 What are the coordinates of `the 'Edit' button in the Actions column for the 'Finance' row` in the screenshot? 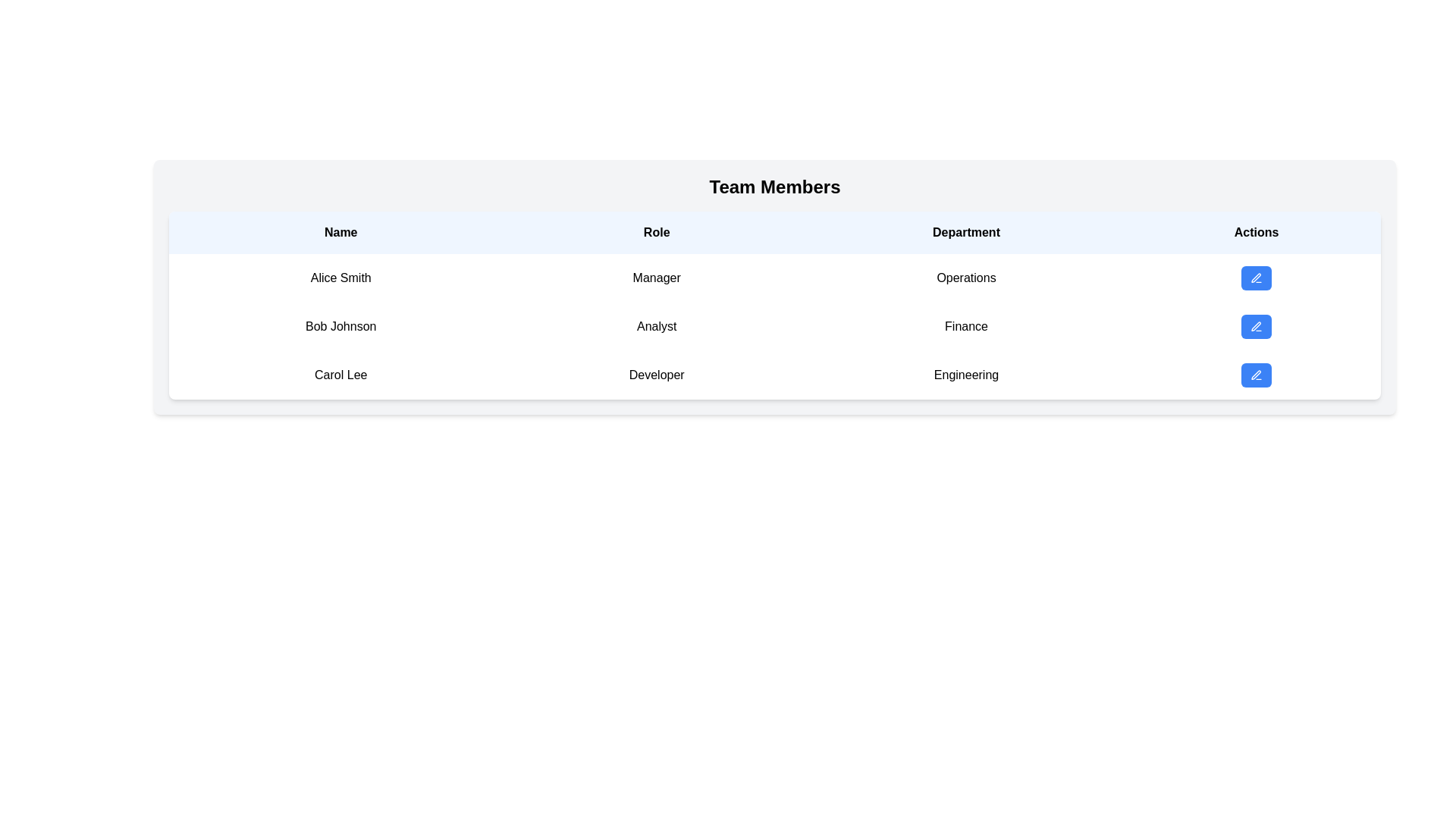 It's located at (1256, 326).